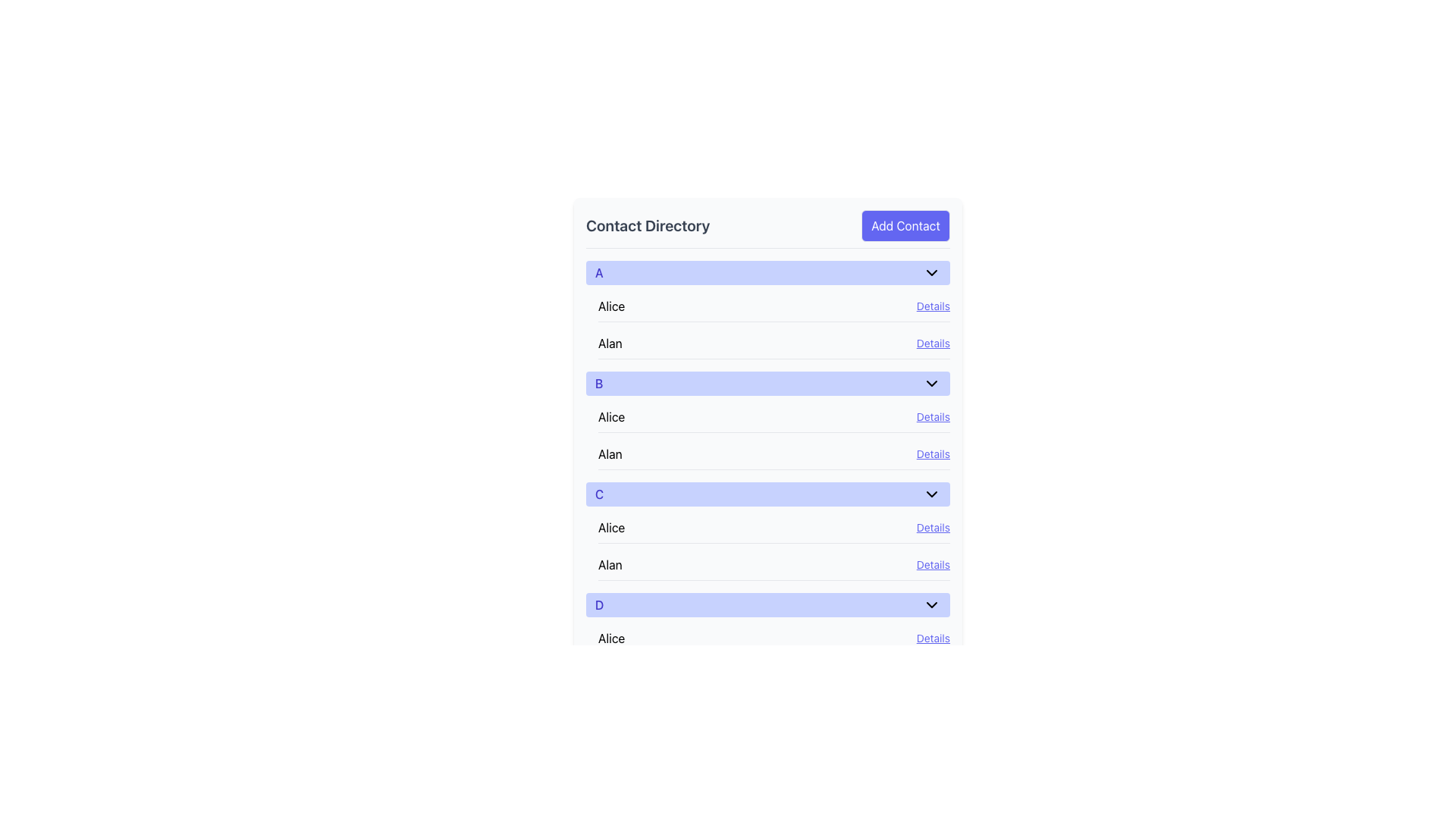 The width and height of the screenshot is (1456, 819). Describe the element at coordinates (931, 564) in the screenshot. I see `the hyperlink for the contact 'Alan' located in the third section labeled 'C' of the 'Contact Directory' interface` at that location.